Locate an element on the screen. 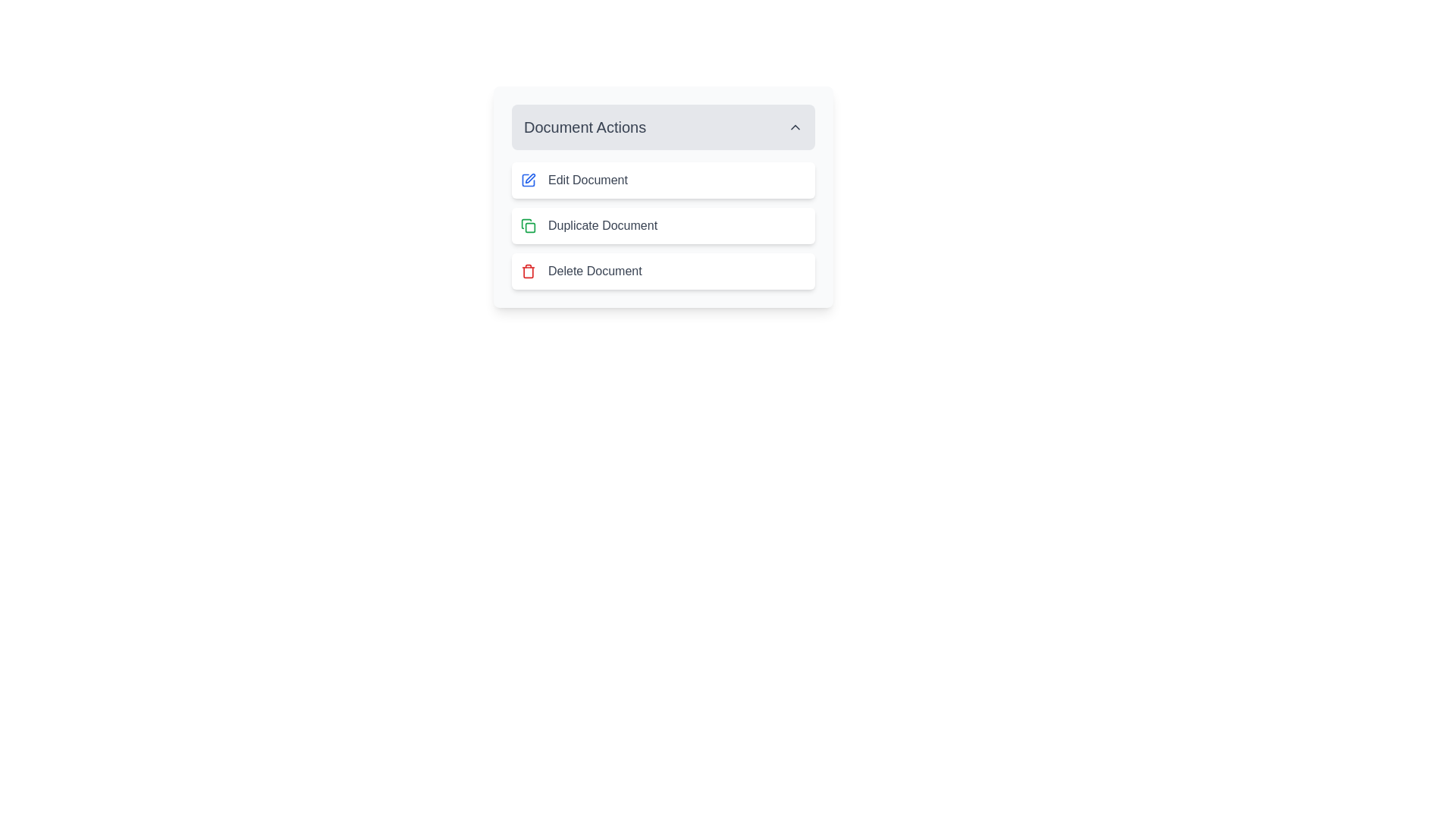  the 'Edit Document' text label in the 'Document Actions' menu, which is styled in gray with a medium-weight sans-serif font and located next to a blue pen icon is located at coordinates (587, 180).